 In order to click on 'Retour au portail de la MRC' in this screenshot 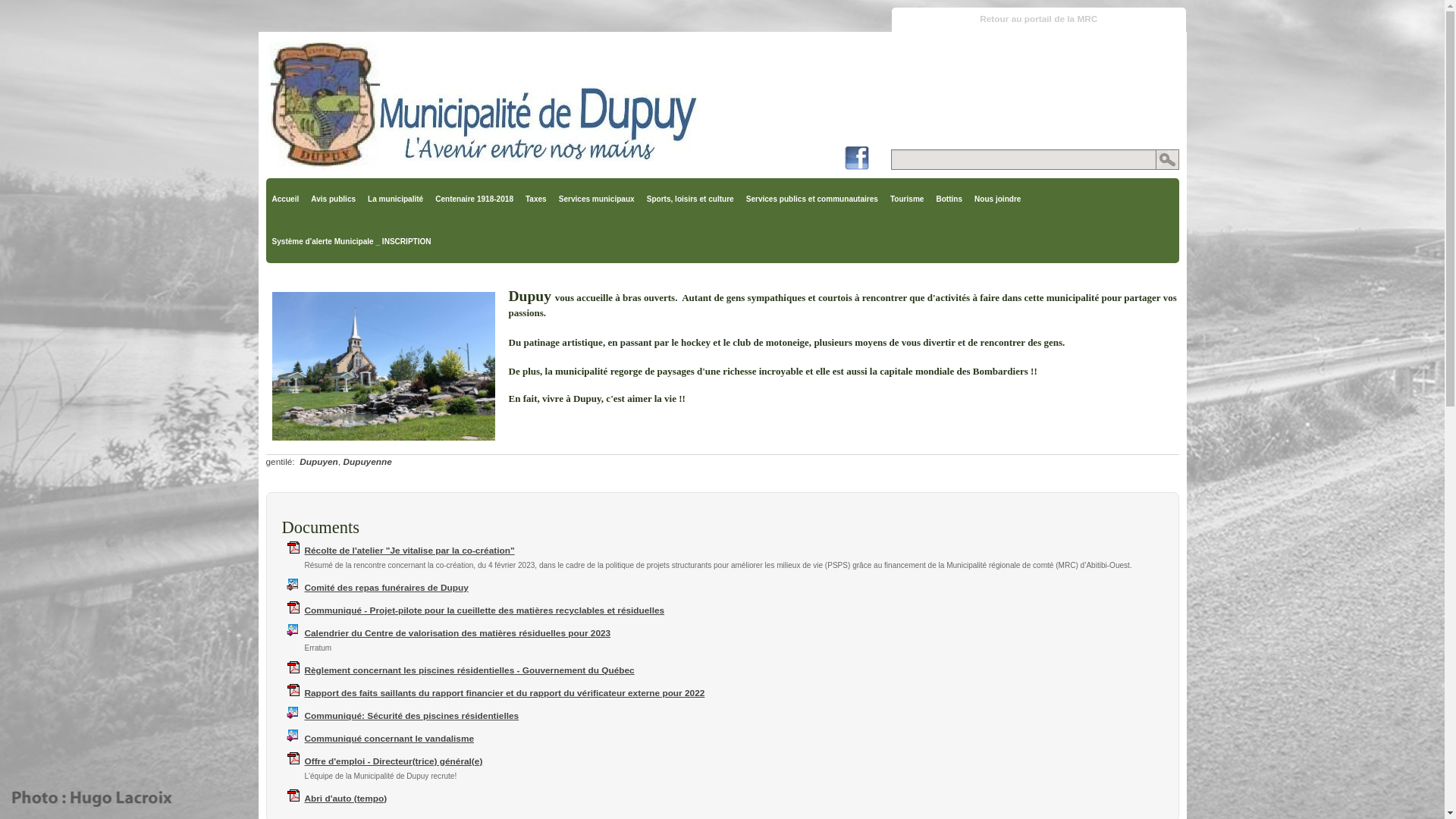, I will do `click(1037, 20)`.